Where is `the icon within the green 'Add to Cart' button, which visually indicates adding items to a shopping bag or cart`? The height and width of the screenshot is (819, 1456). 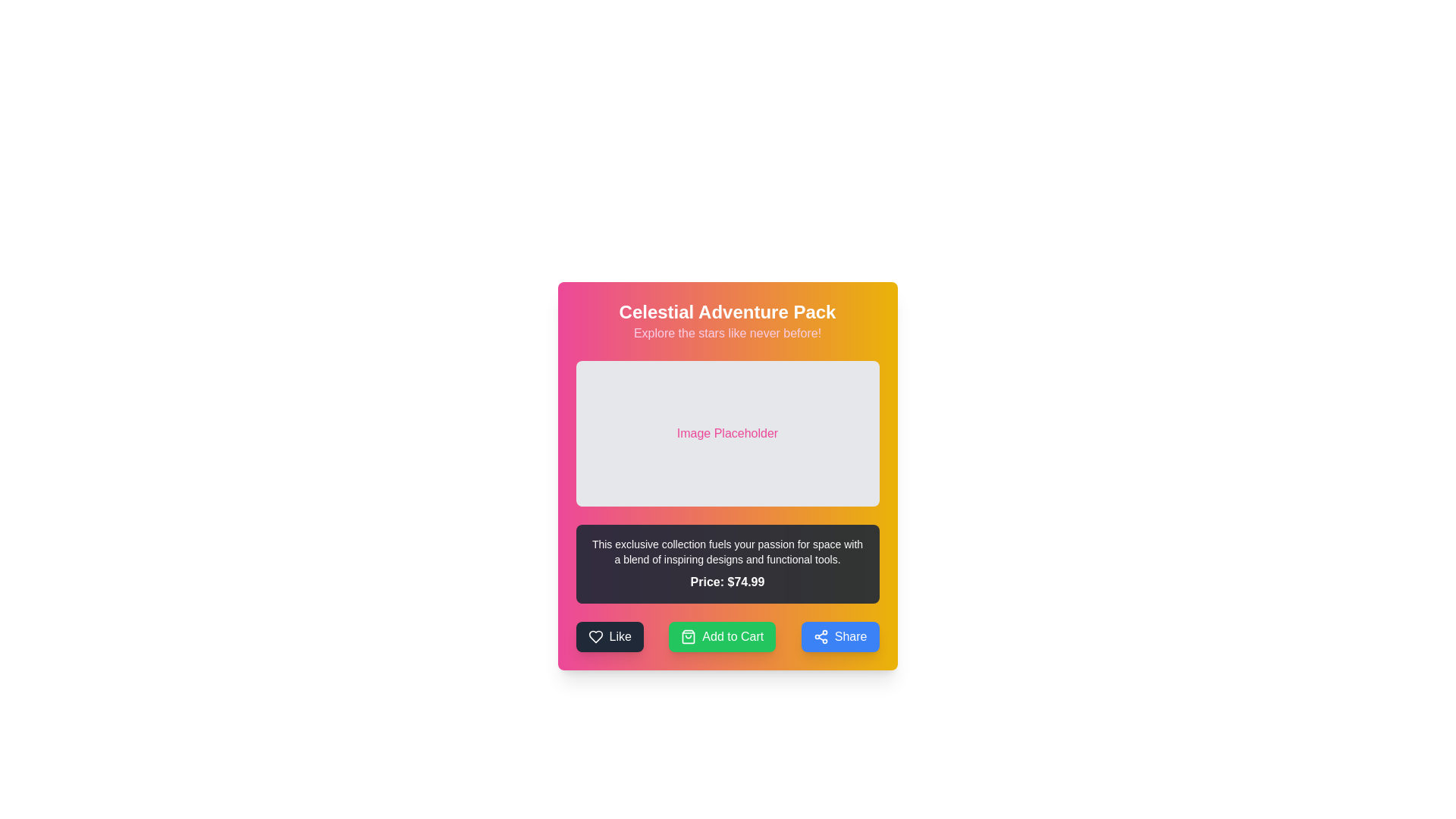
the icon within the green 'Add to Cart' button, which visually indicates adding items to a shopping bag or cart is located at coordinates (688, 637).